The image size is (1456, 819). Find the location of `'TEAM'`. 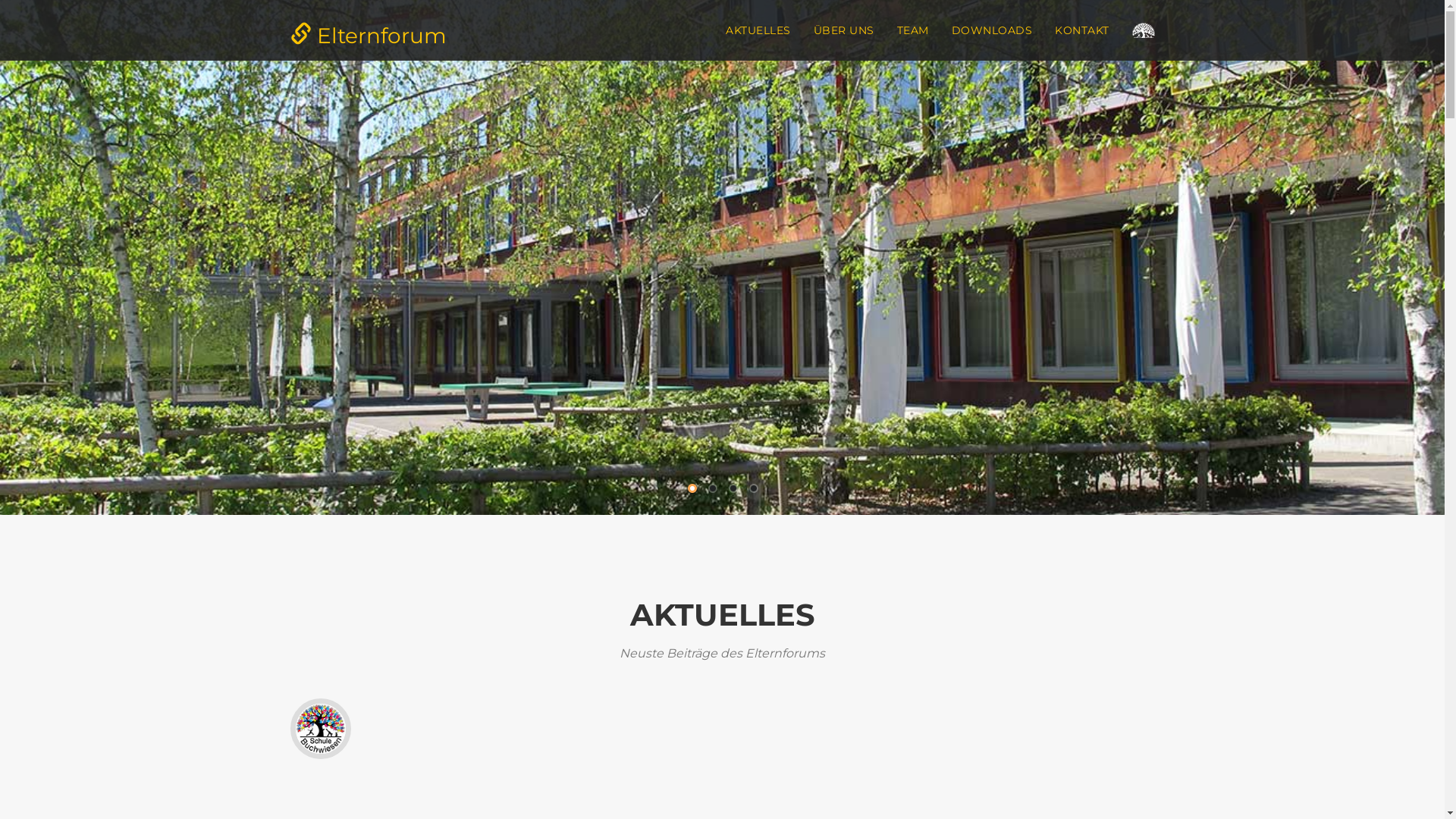

'TEAM' is located at coordinates (912, 30).